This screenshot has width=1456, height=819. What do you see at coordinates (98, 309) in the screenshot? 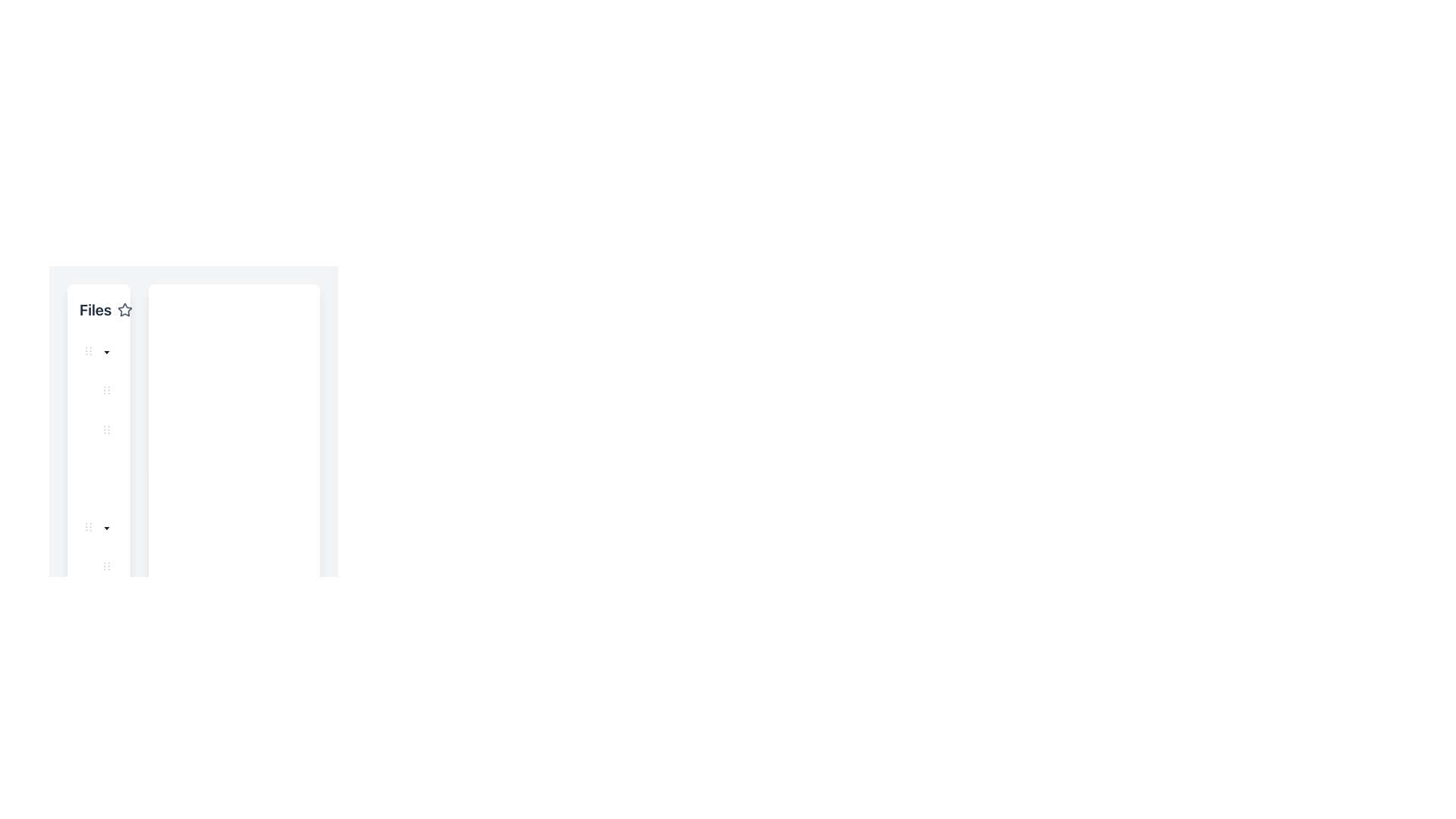
I see `the header text element located at the top of the left sidebar, which serves as a title for a section in the application` at bounding box center [98, 309].